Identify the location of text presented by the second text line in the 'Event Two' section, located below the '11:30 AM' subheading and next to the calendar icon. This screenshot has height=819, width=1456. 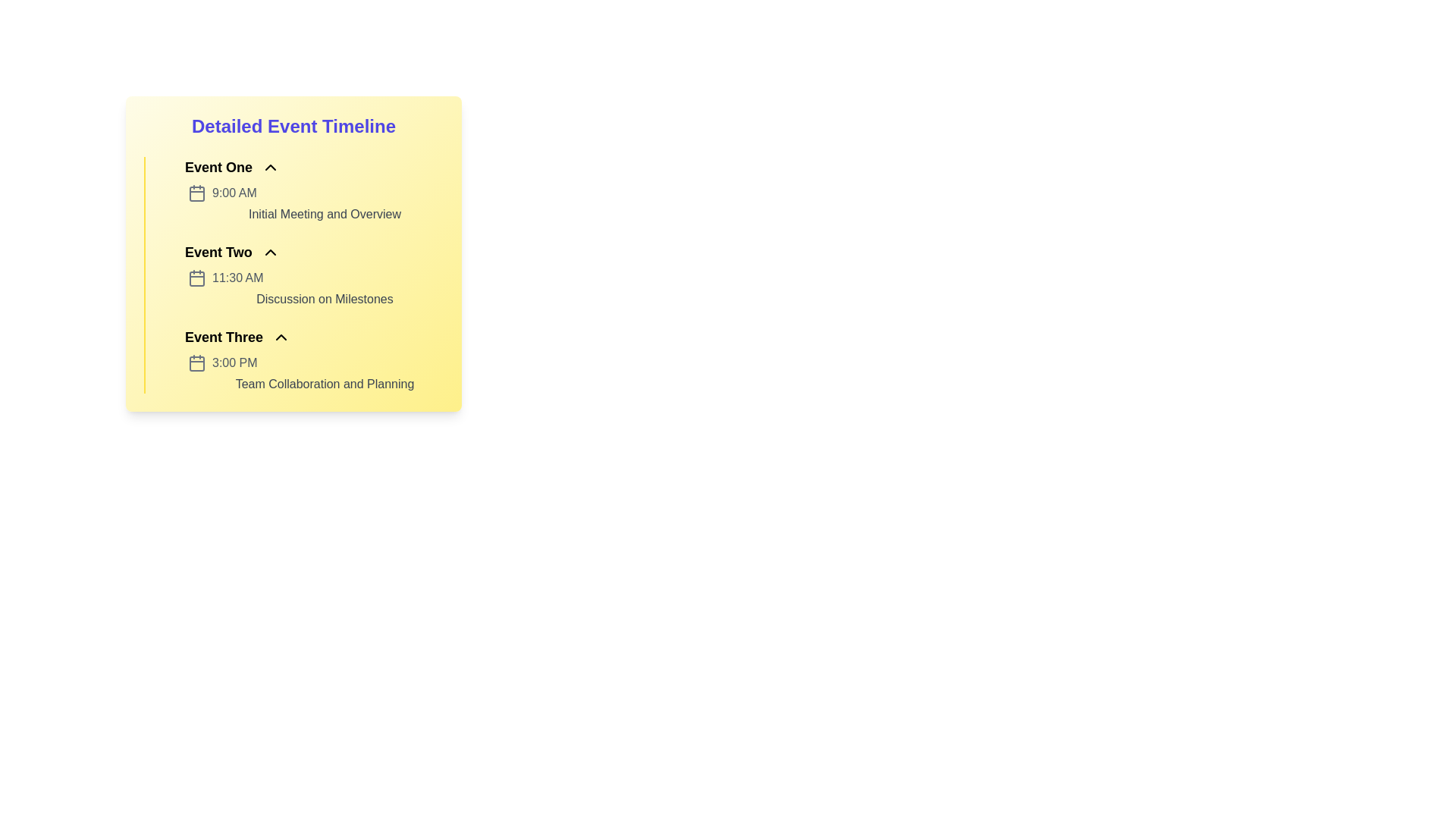
(324, 299).